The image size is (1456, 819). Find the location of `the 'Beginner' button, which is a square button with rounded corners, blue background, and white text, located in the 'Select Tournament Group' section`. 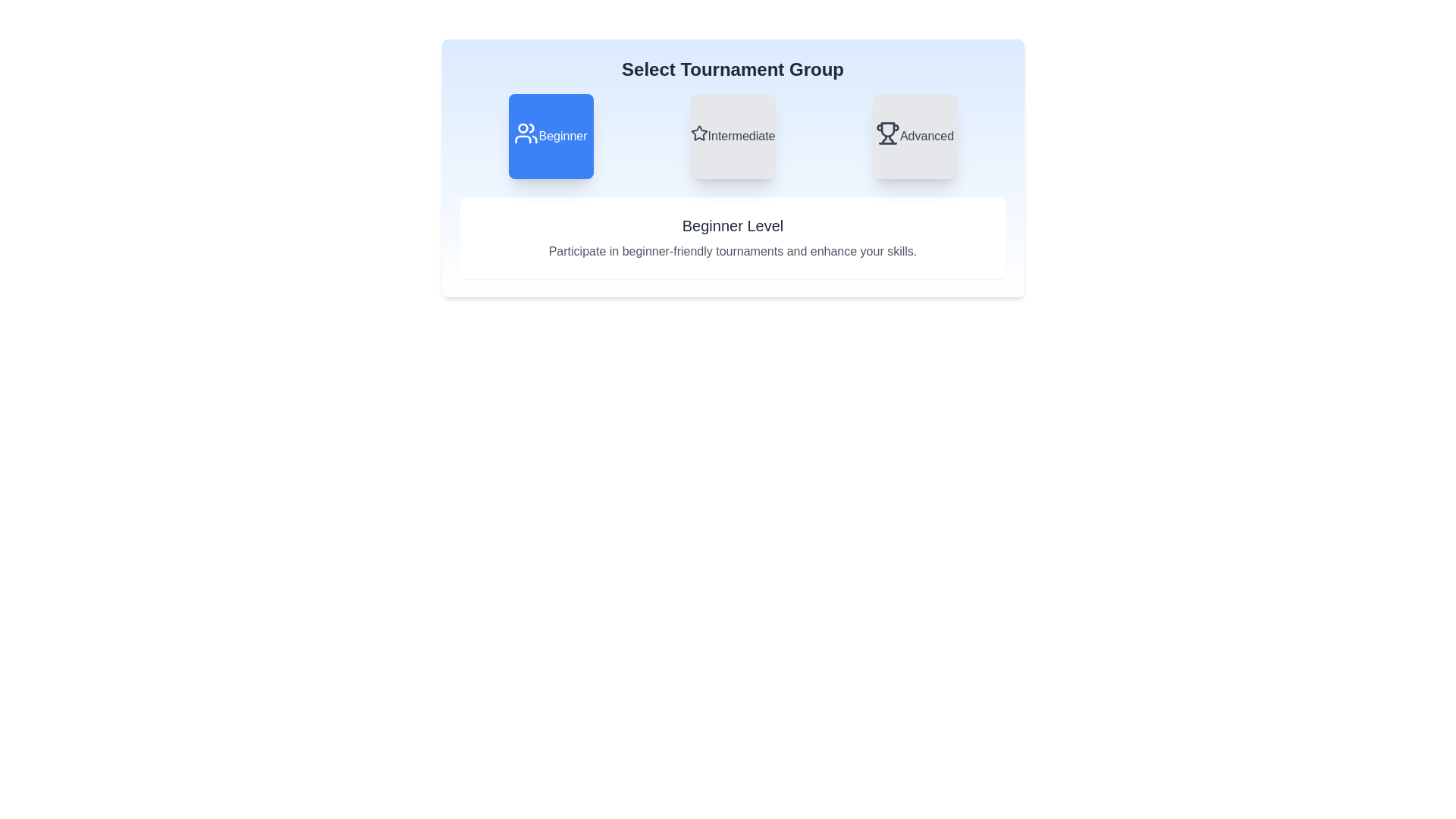

the 'Beginner' button, which is a square button with rounded corners, blue background, and white text, located in the 'Select Tournament Group' section is located at coordinates (550, 136).